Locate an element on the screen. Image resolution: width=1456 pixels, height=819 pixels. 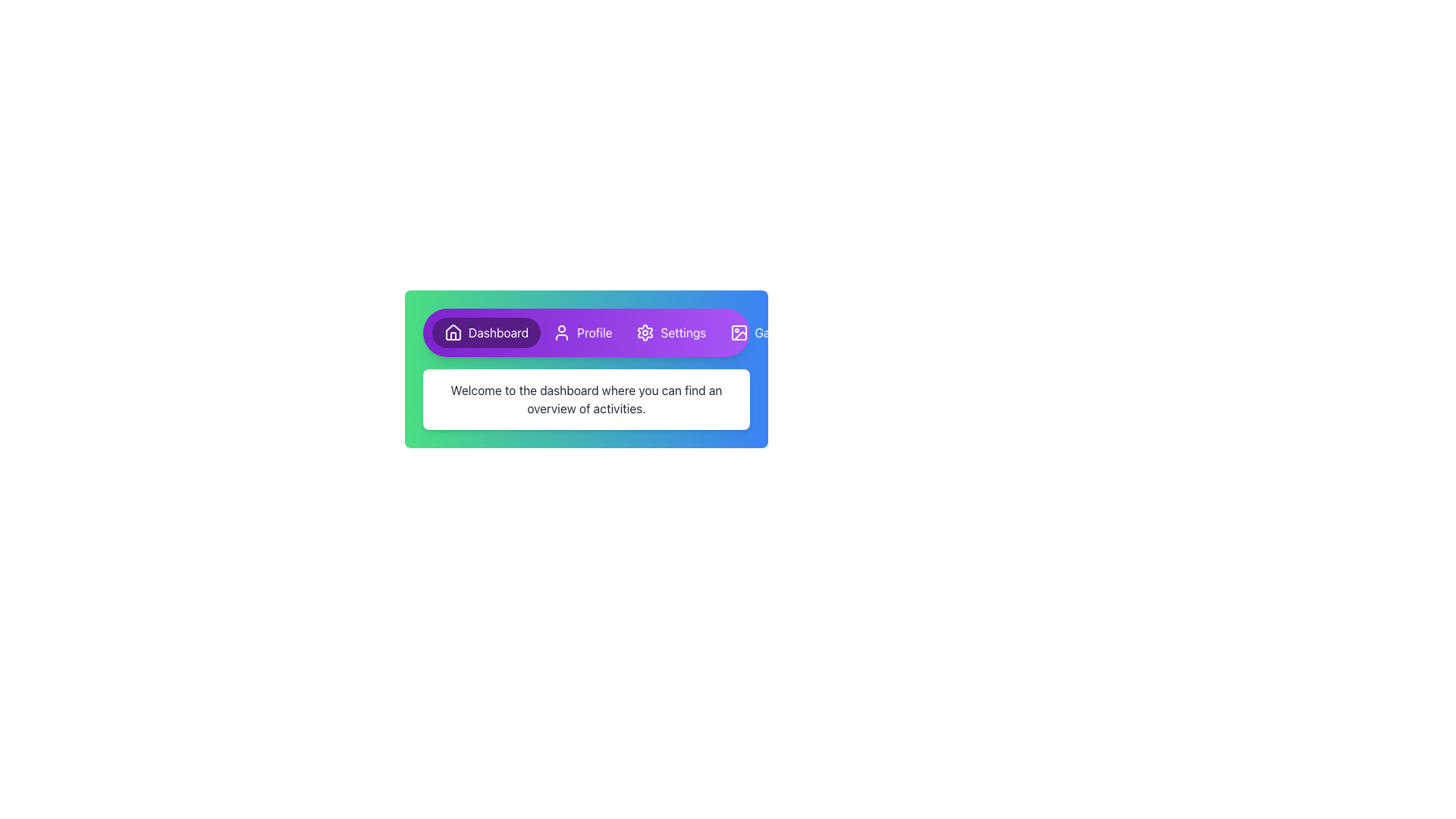
the 'Settings' text label, which is styled in white text on a purple rounded background, located in the horizontal navigation bar as the third item after 'Dashboard' and 'Profile' is located at coordinates (682, 332).